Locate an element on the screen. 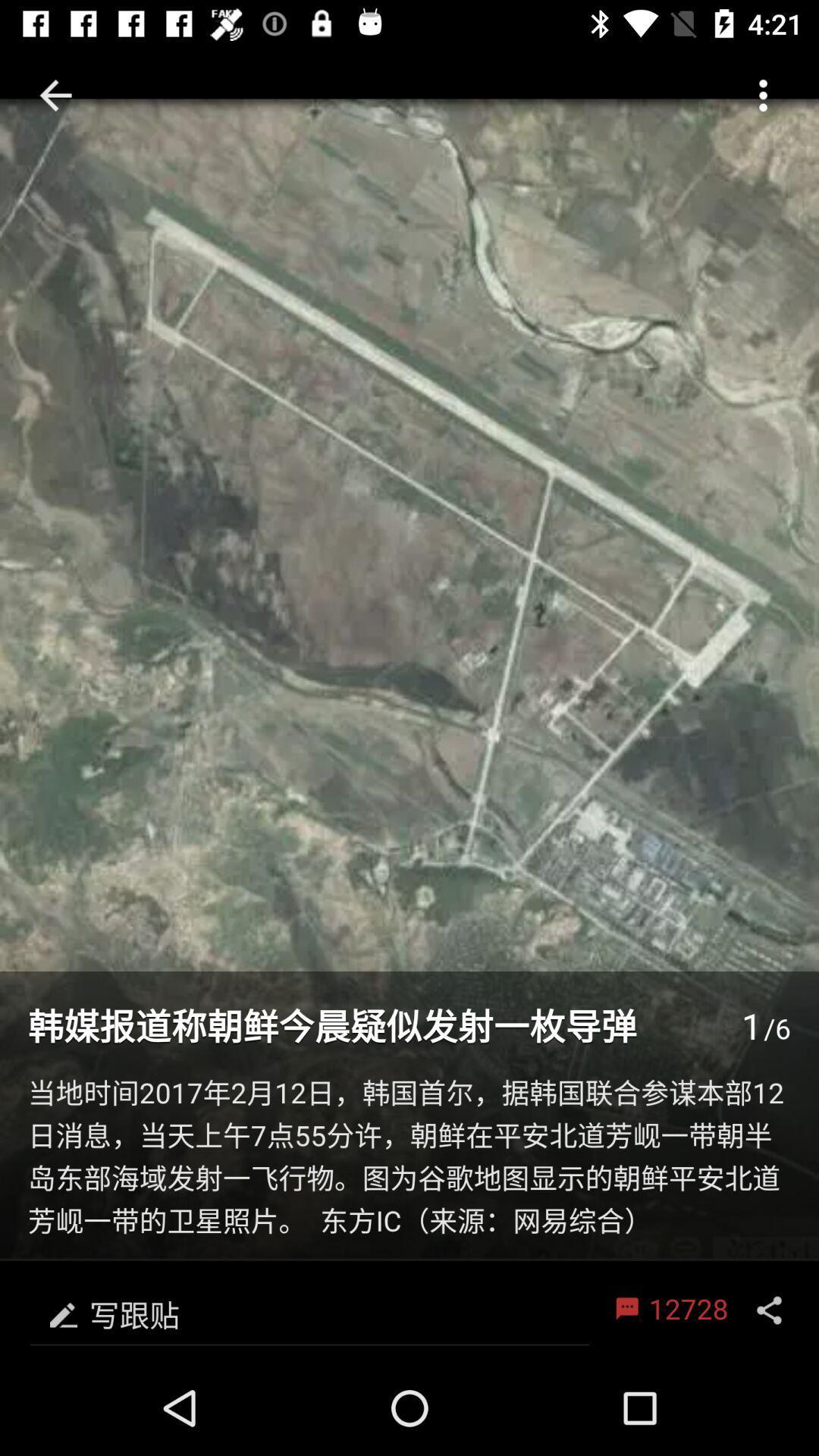 The width and height of the screenshot is (819, 1456). item to the left of the 12728 is located at coordinates (309, 1310).